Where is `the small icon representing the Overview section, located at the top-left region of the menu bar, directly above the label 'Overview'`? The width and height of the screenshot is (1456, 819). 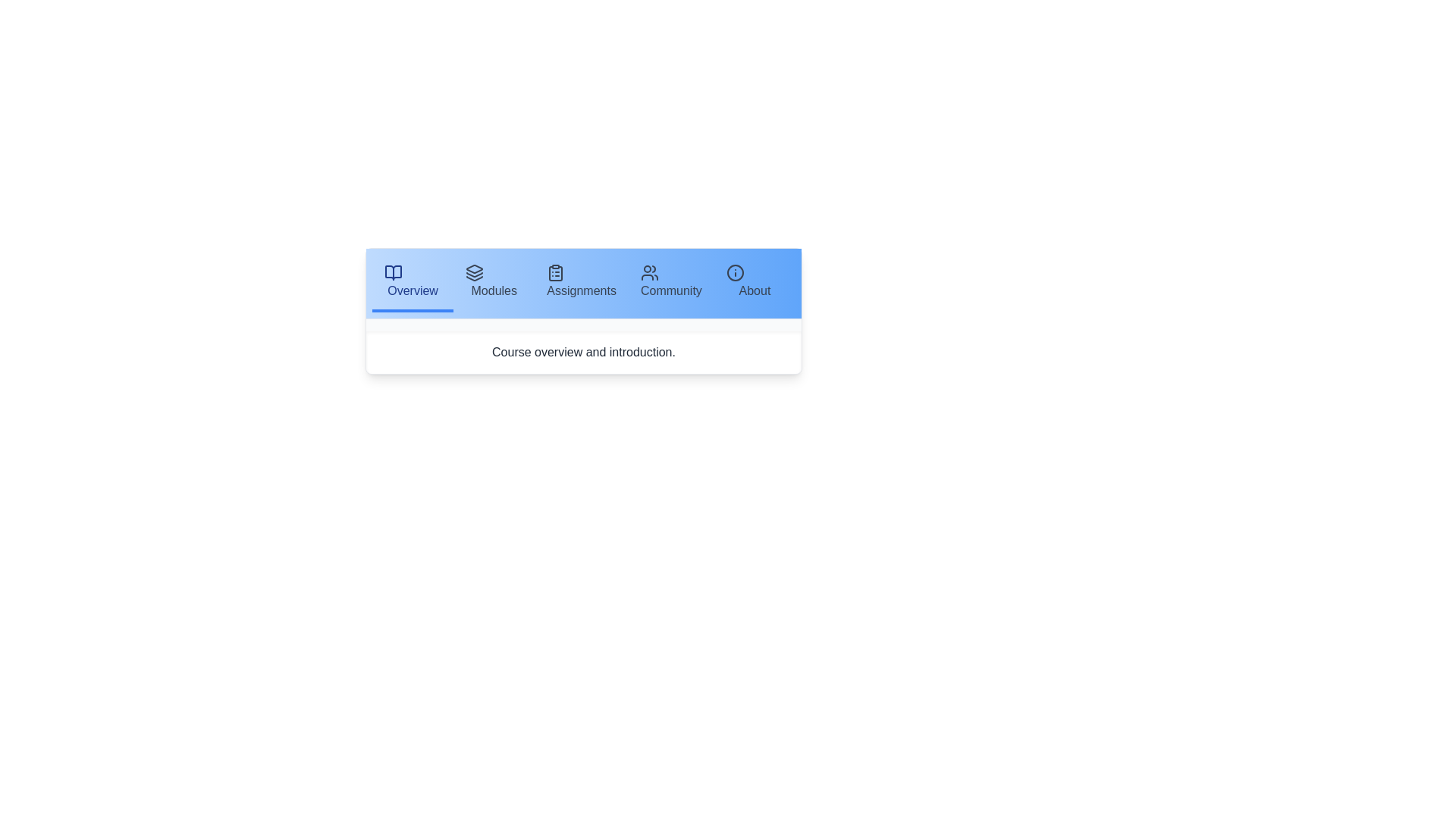
the small icon representing the Overview section, located at the top-left region of the menu bar, directly above the label 'Overview' is located at coordinates (393, 271).